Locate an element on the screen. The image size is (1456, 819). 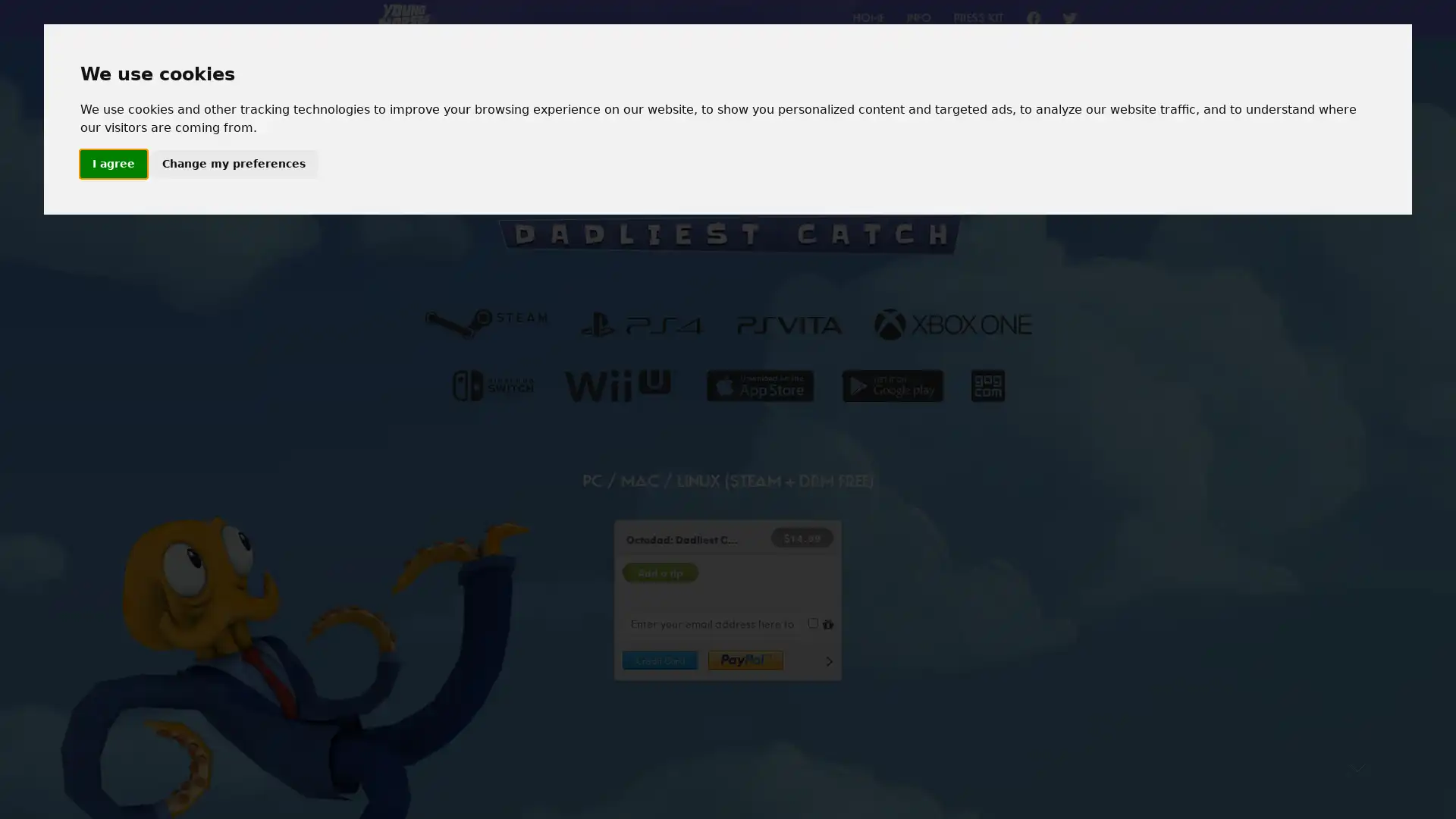
I agree is located at coordinates (111, 164).